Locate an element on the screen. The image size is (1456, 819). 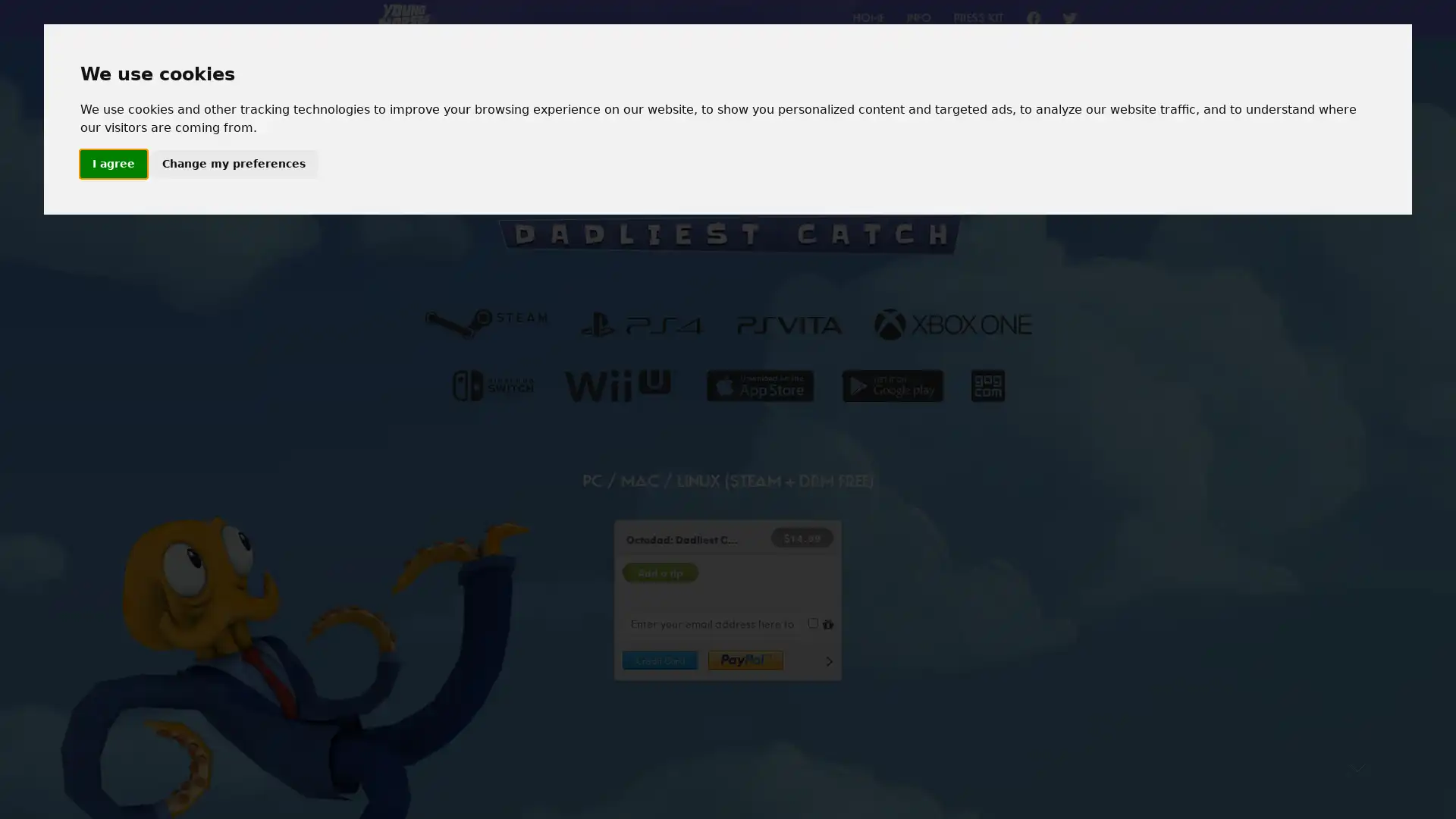
I agree is located at coordinates (111, 164).